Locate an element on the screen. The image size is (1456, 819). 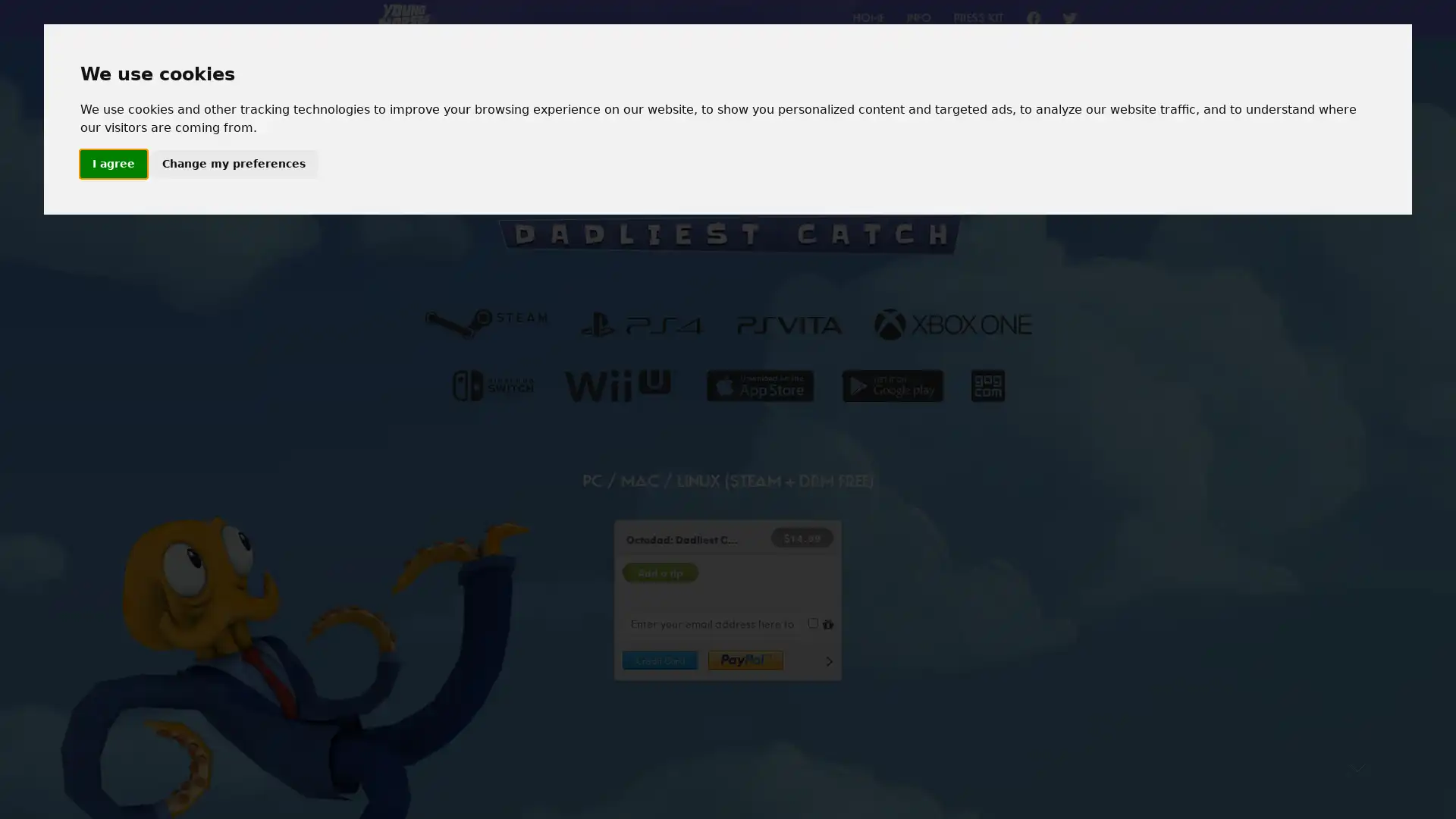
I agree is located at coordinates (111, 164).